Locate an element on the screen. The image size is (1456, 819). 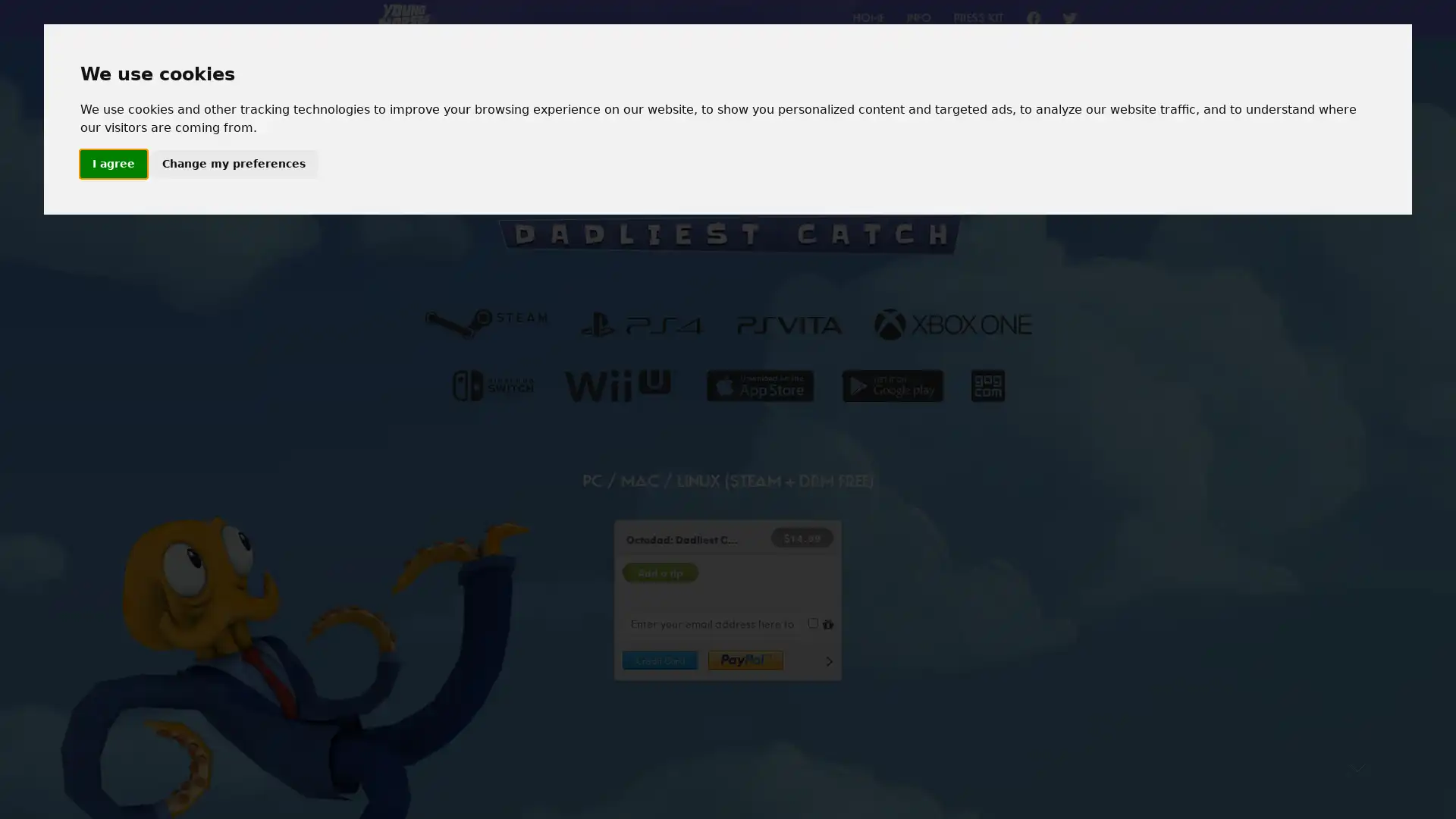
I agree is located at coordinates (111, 164).